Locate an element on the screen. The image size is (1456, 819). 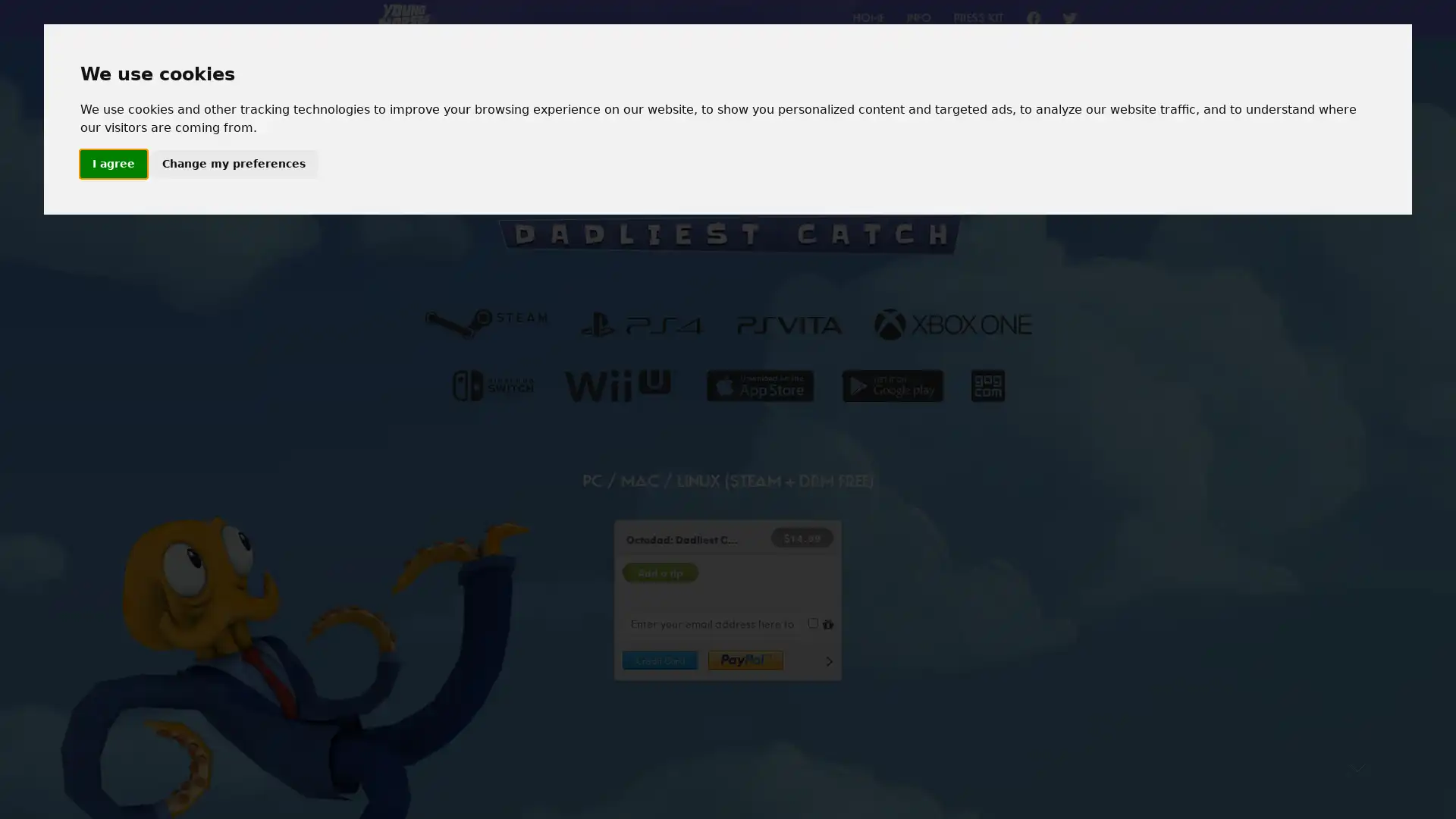
I agree is located at coordinates (111, 164).